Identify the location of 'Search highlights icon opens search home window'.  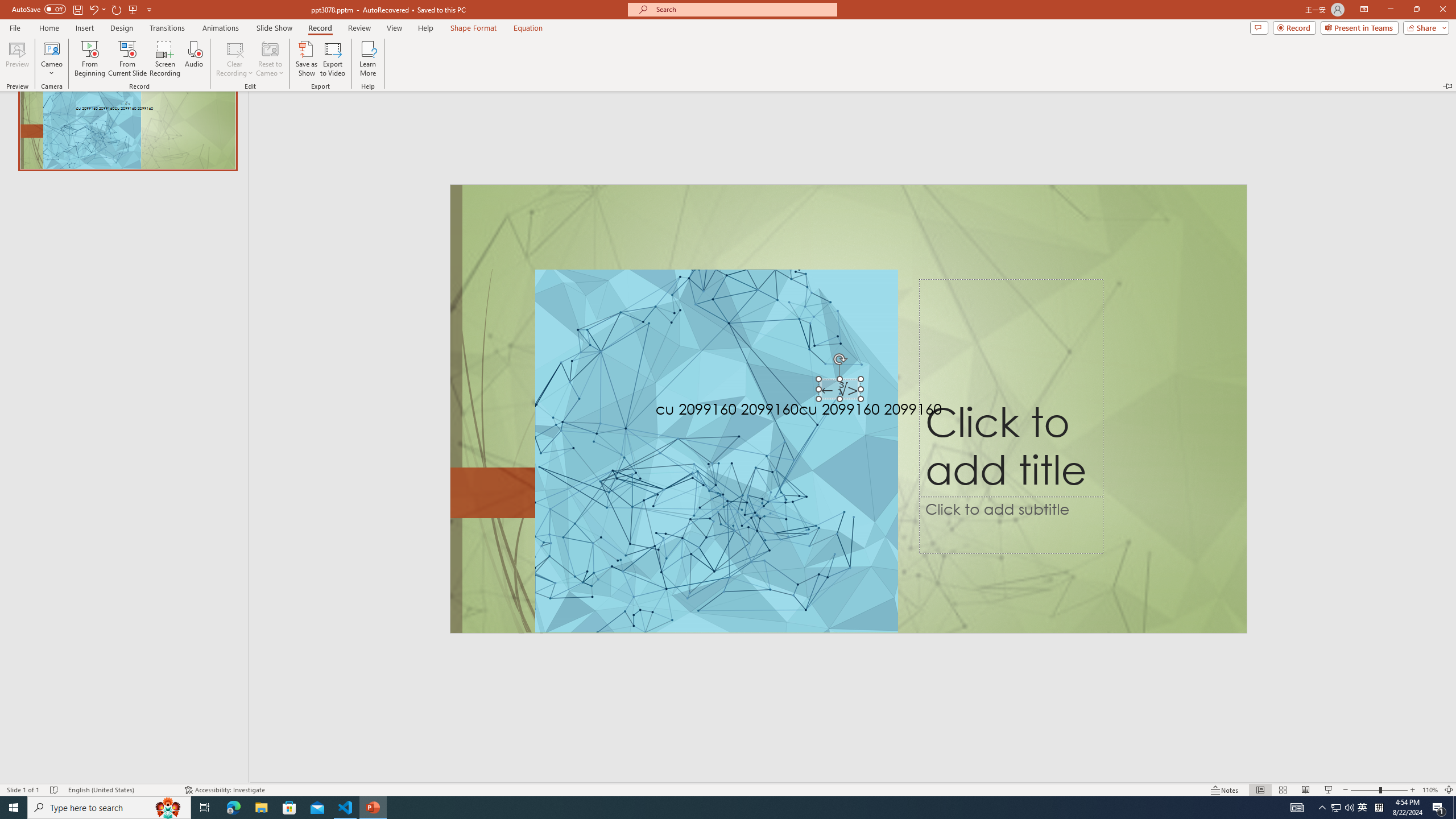
(167, 806).